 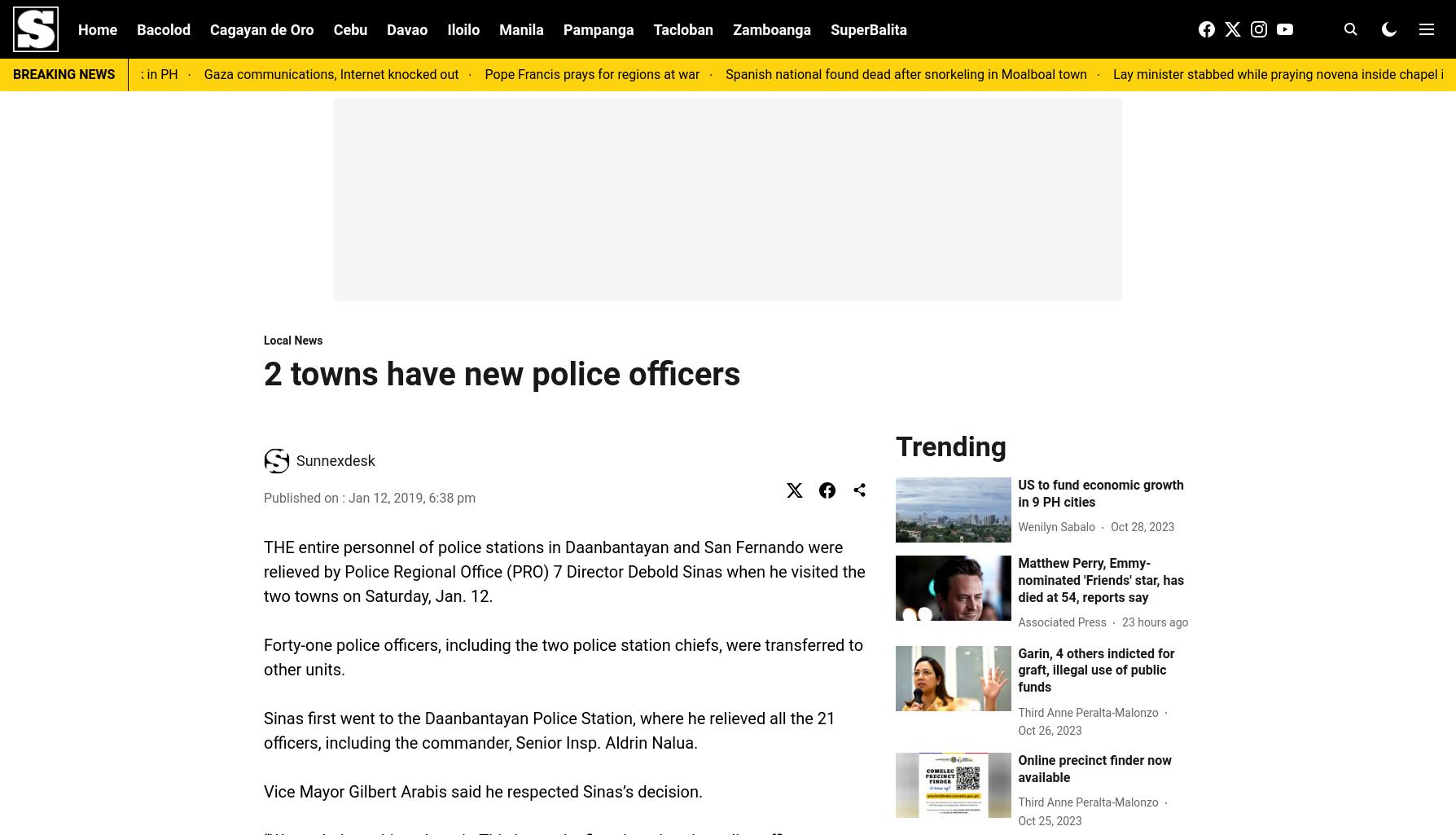 I want to click on 'Sinas first went to the Daanbantayan Police Station, where he relieved all the 21 officers, including the commander, Senior Insp. Aldrin Nalua.', so click(x=548, y=729).